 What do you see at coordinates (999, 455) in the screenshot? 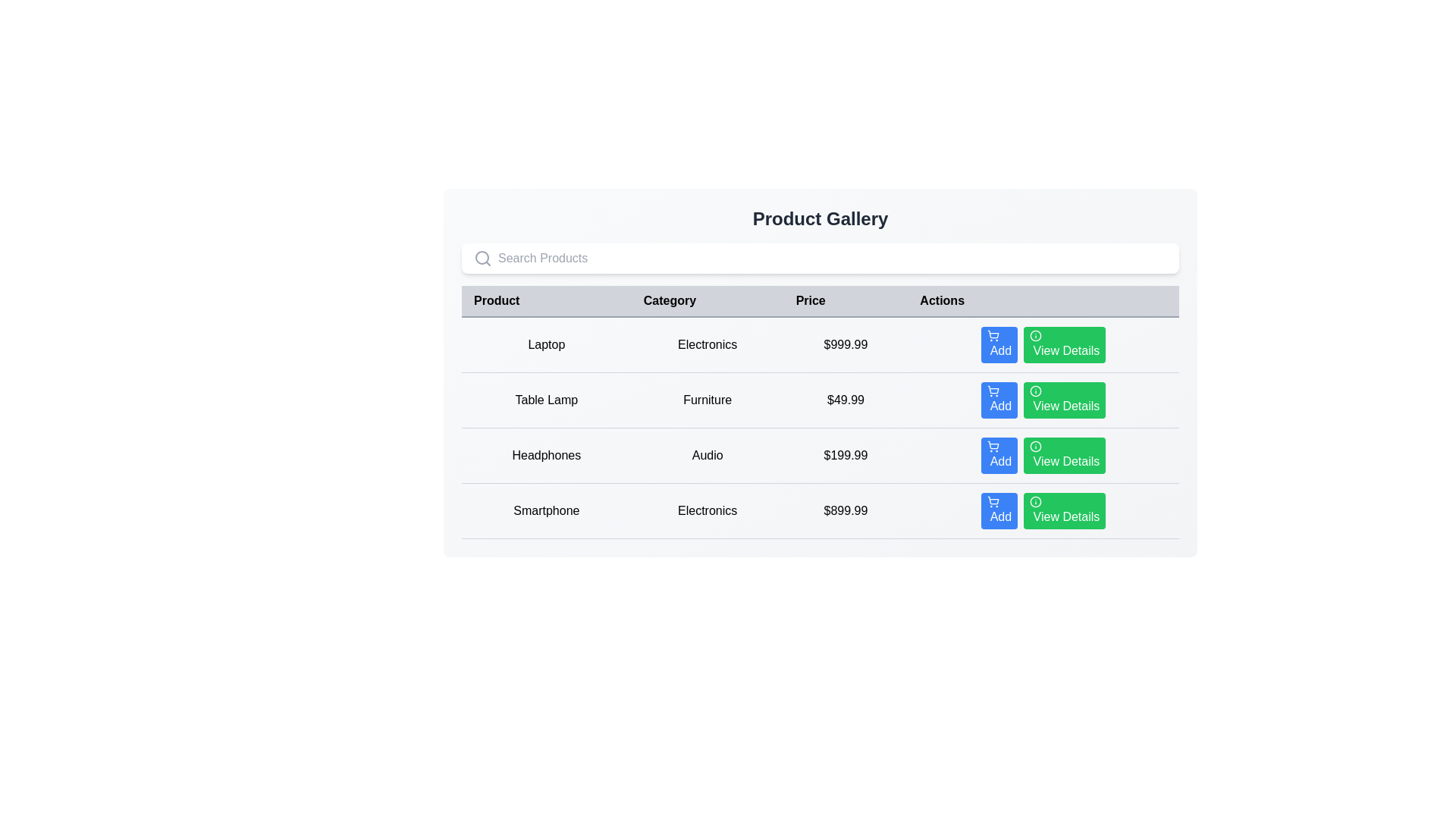
I see `the 'Add Headphones to Cart' button located in the 'Actions' column, which is the first interactive element and positioned to the left of the 'View Details' button` at bounding box center [999, 455].